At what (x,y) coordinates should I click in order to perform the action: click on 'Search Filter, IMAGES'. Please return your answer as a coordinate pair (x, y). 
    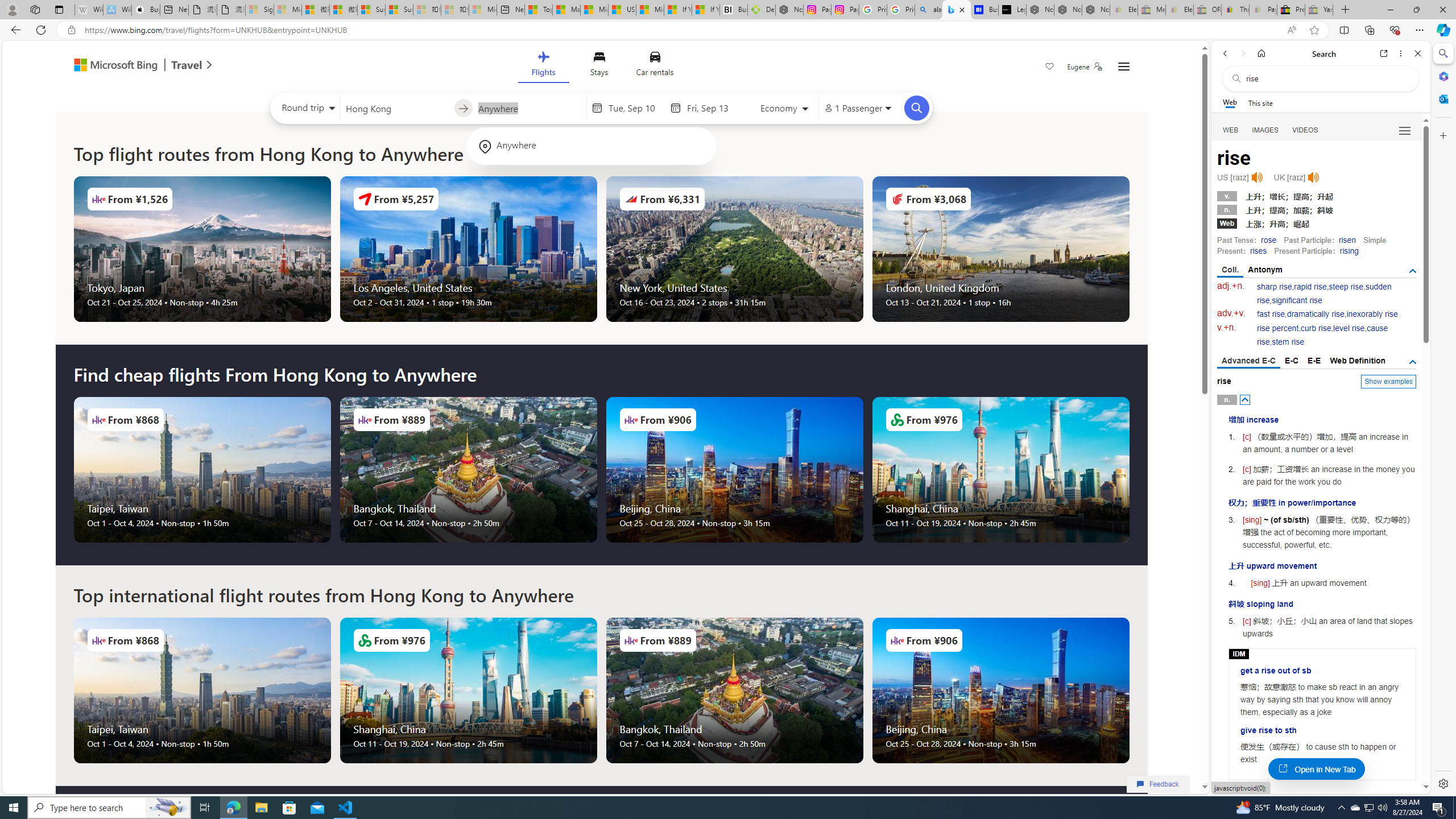
    Looking at the image, I should click on (1265, 129).